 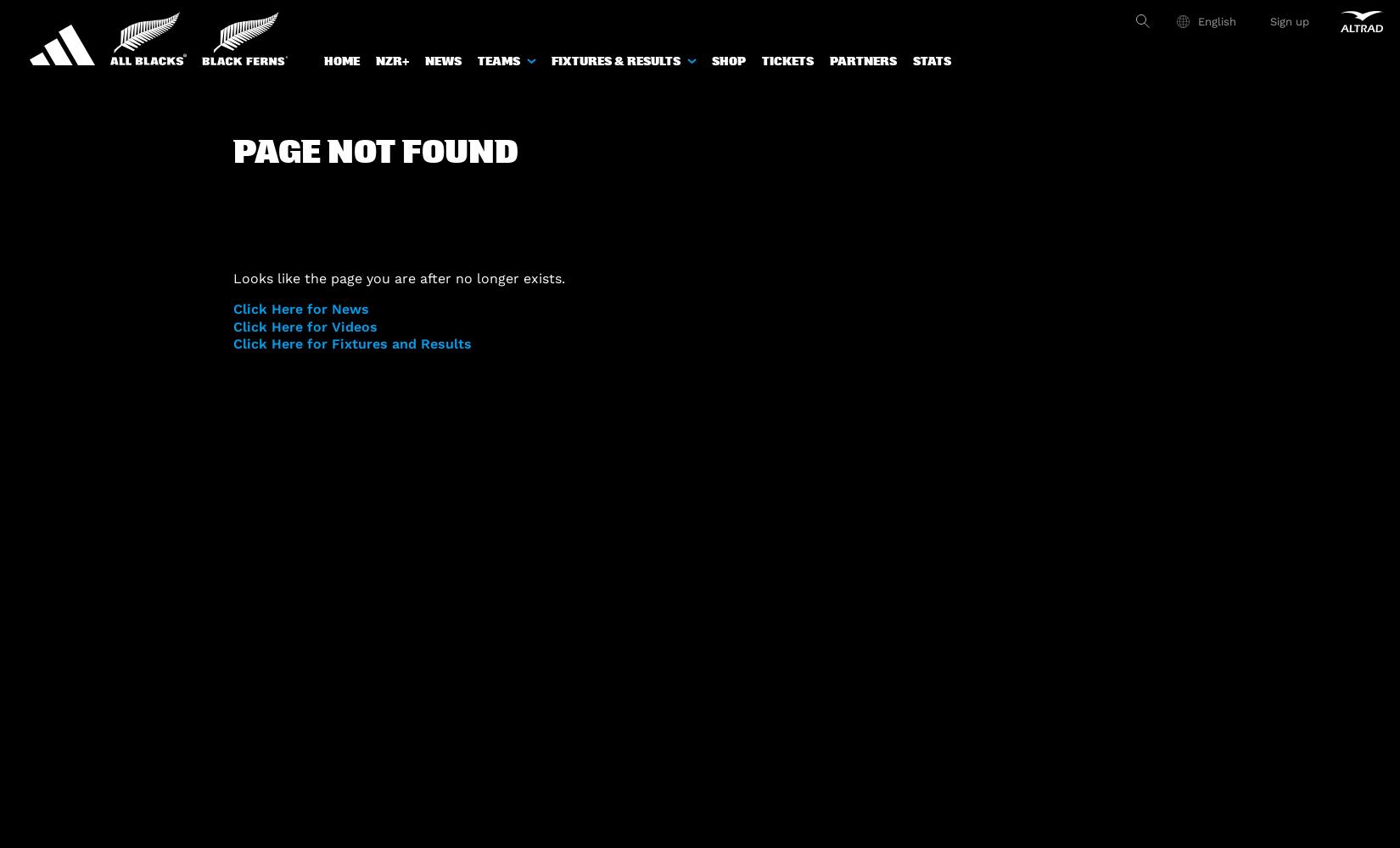 I want to click on 'Click Here for Videos', so click(x=305, y=326).